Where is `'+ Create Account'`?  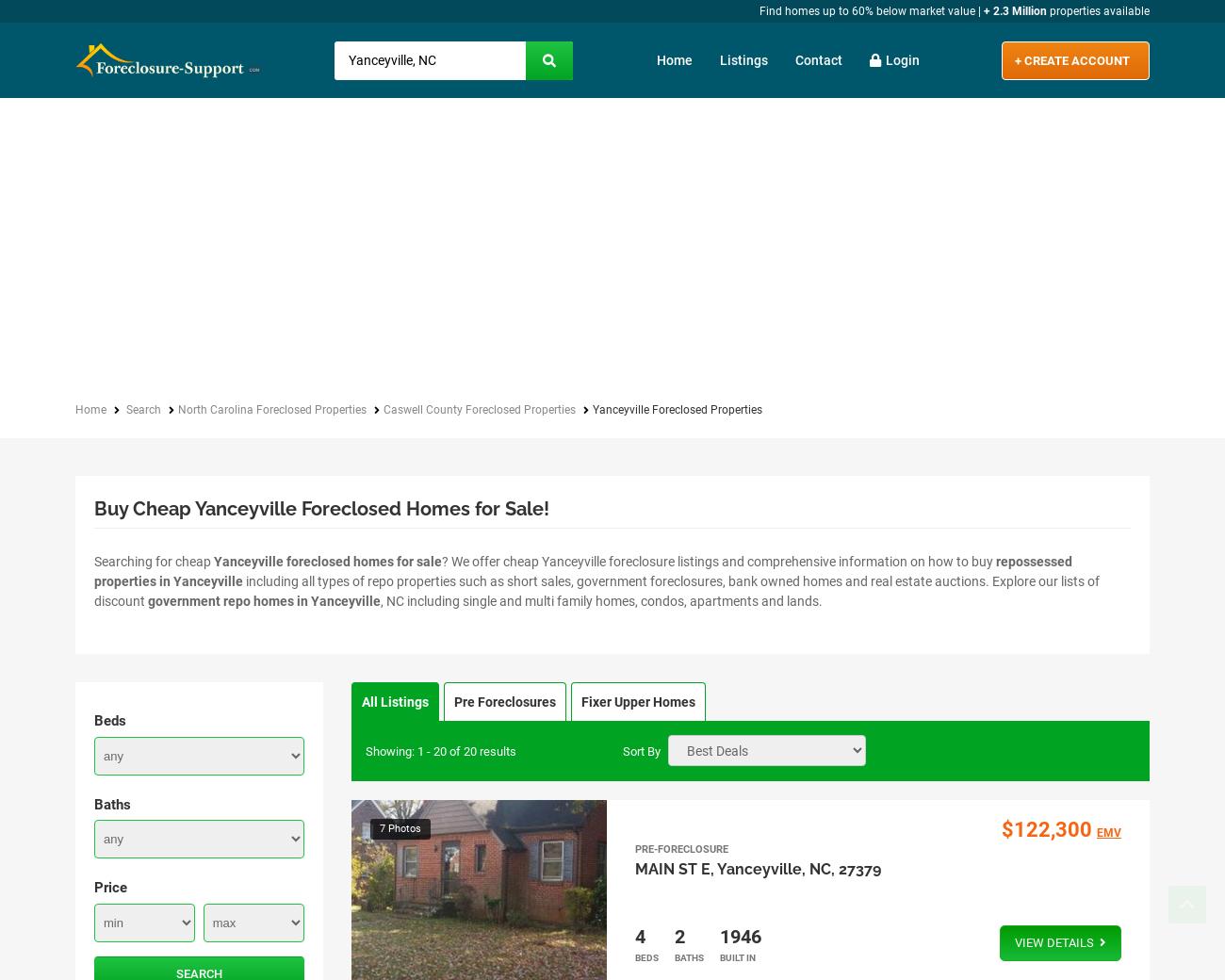 '+ Create Account' is located at coordinates (1070, 58).